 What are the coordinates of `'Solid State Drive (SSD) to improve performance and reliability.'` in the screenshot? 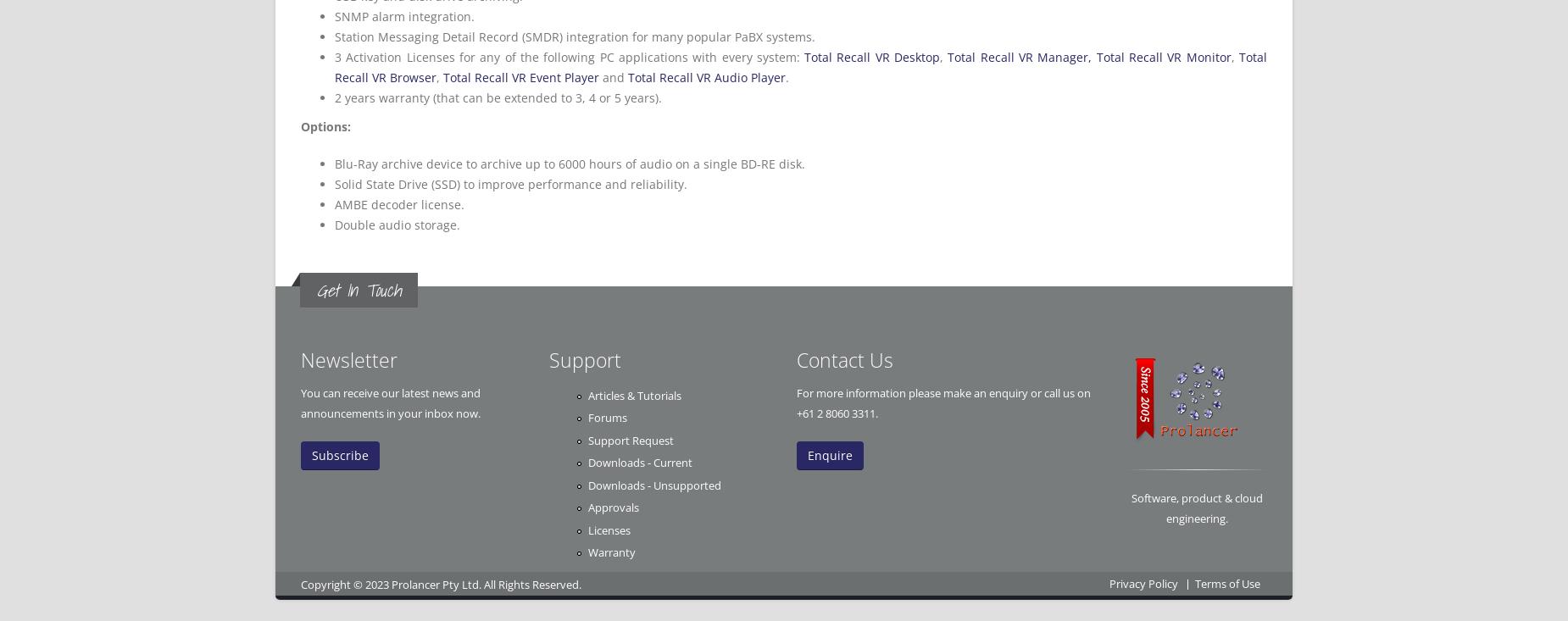 It's located at (510, 183).